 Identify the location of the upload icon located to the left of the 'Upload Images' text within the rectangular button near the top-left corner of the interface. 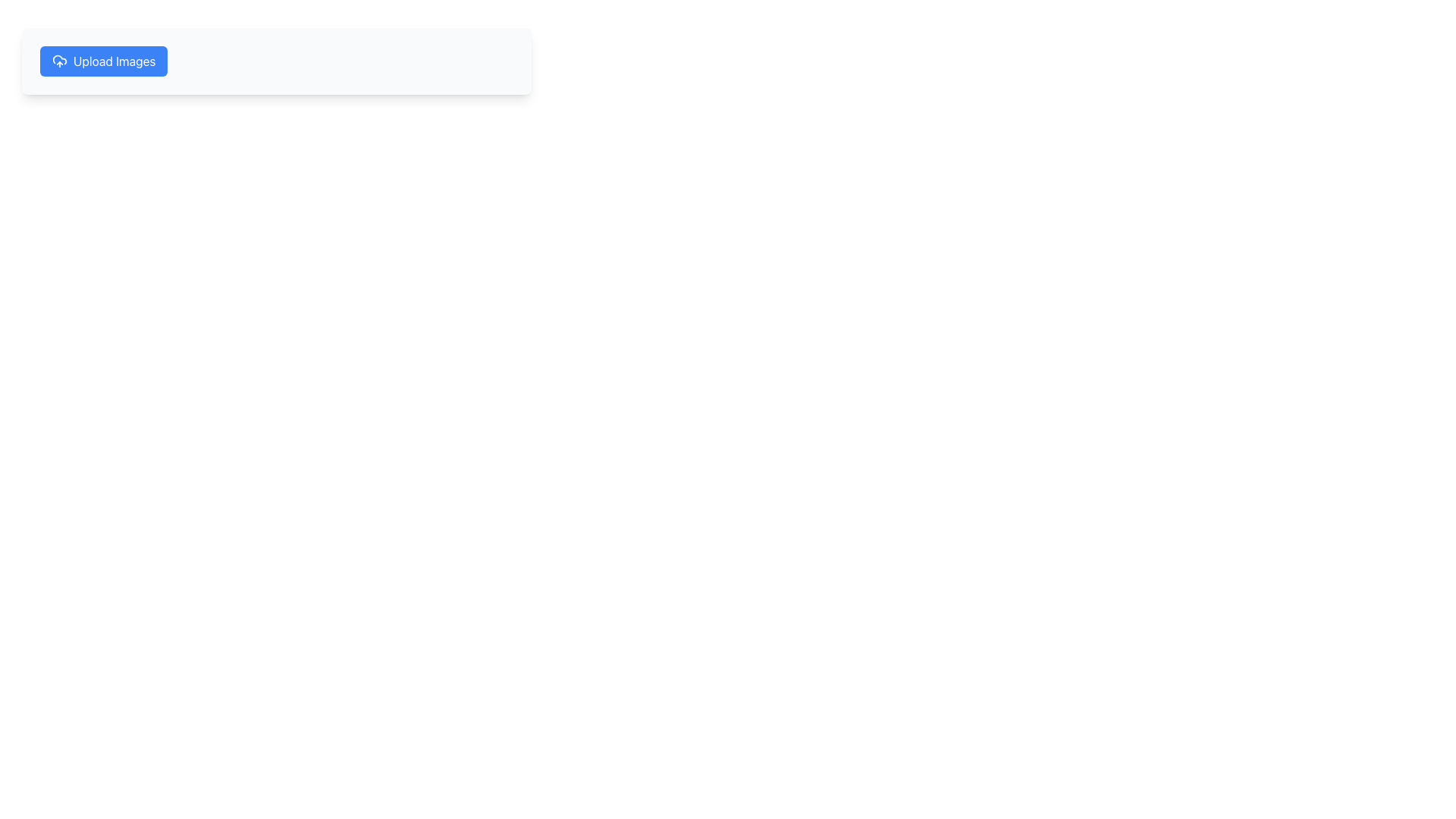
(59, 61).